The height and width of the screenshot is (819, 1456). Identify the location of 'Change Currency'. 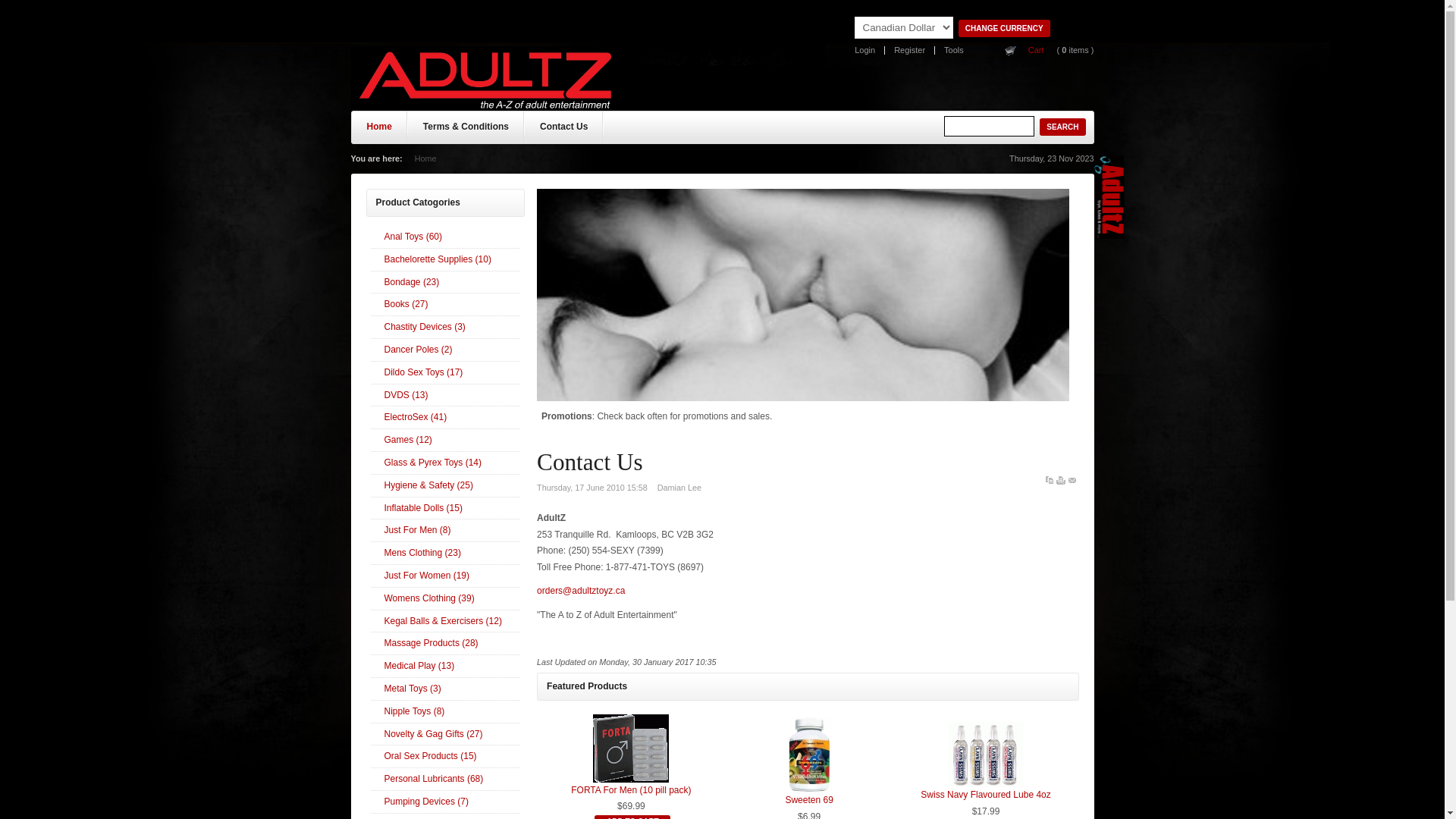
(1004, 28).